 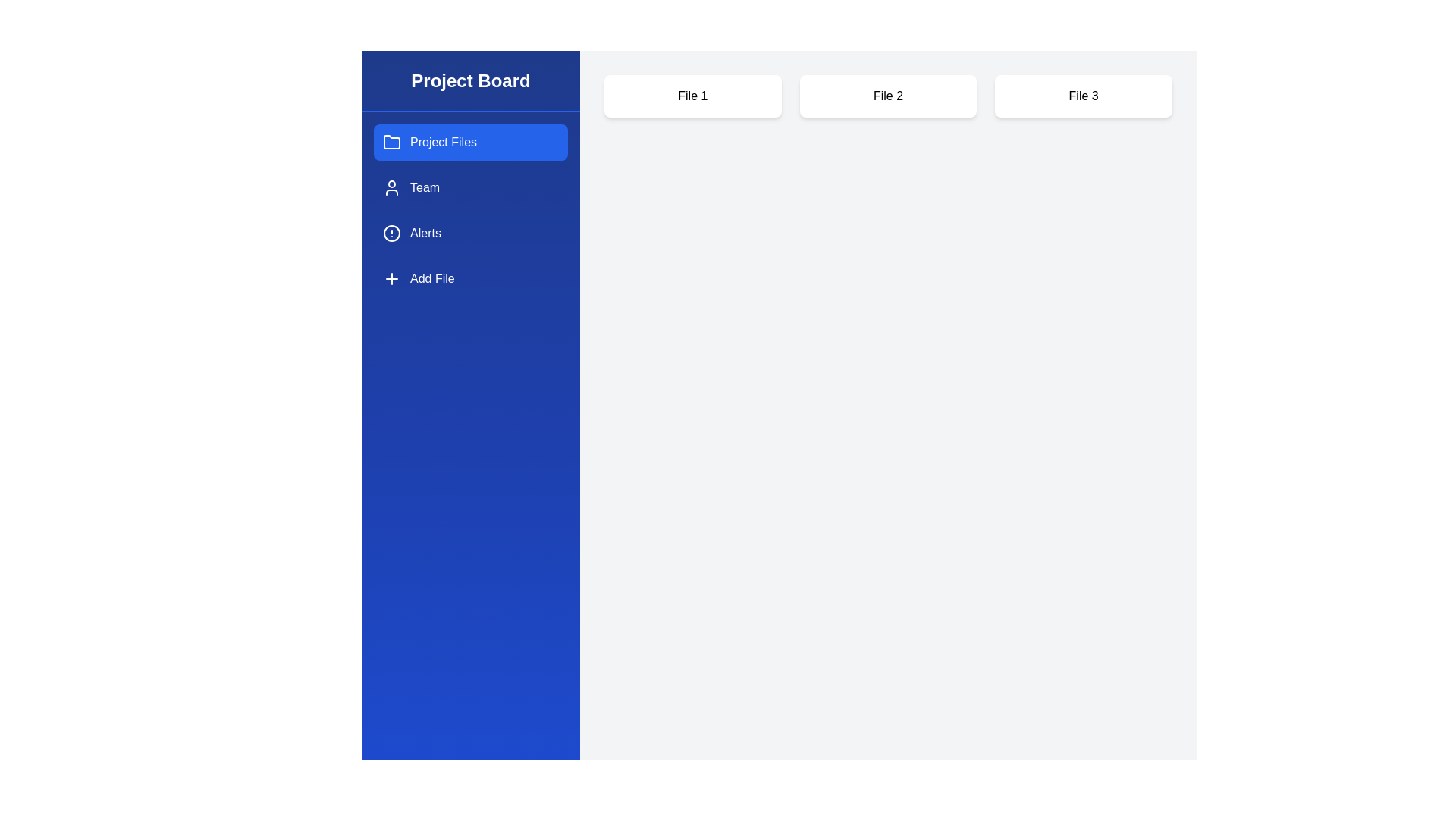 What do you see at coordinates (392, 234) in the screenshot?
I see `the circular SVG graphical element that is part of the alert icon in the left vertical navigation bar, located between the 'Team' icon and 'Add File' option` at bounding box center [392, 234].